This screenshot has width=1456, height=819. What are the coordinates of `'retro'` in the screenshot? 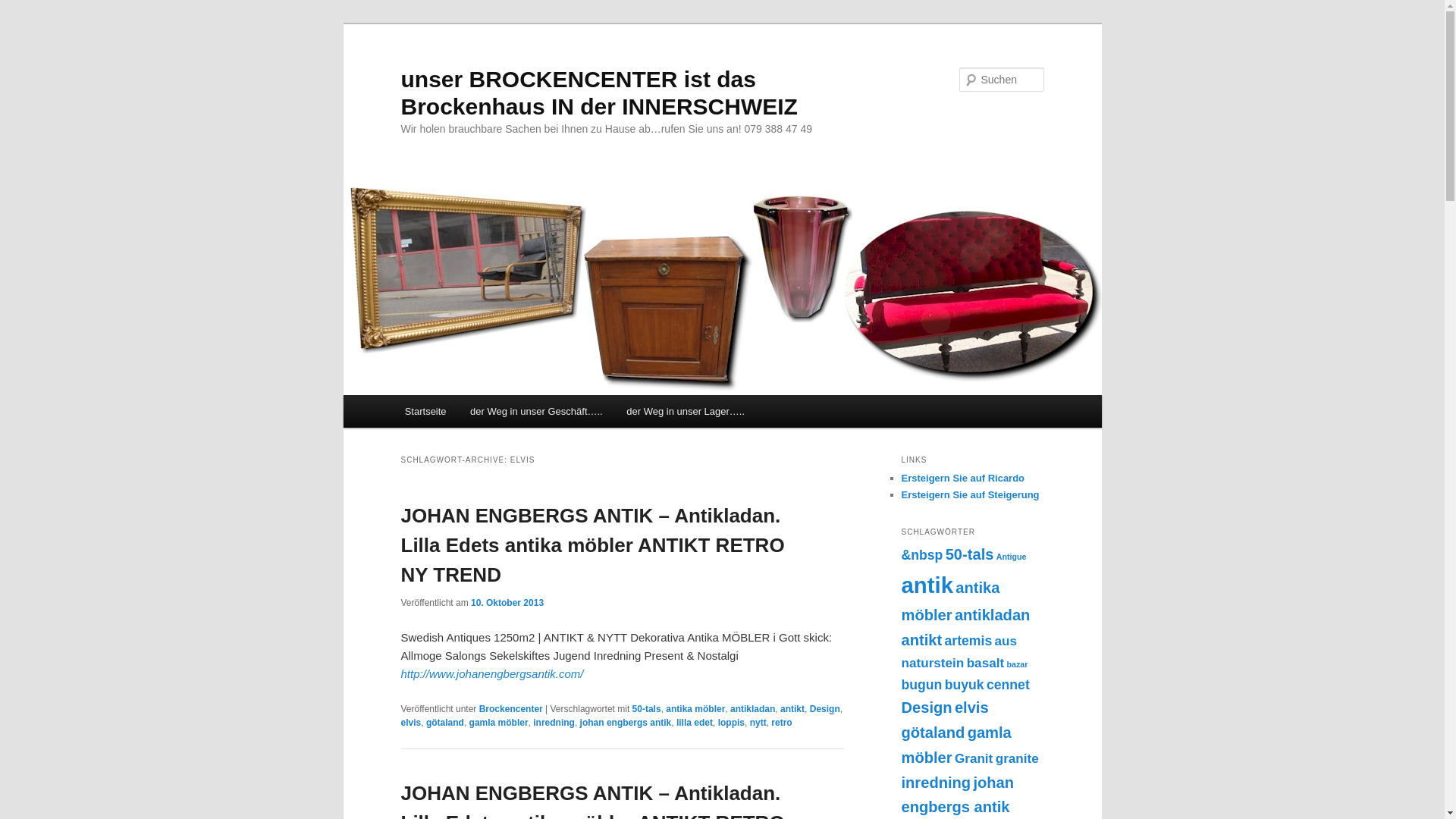 It's located at (781, 721).